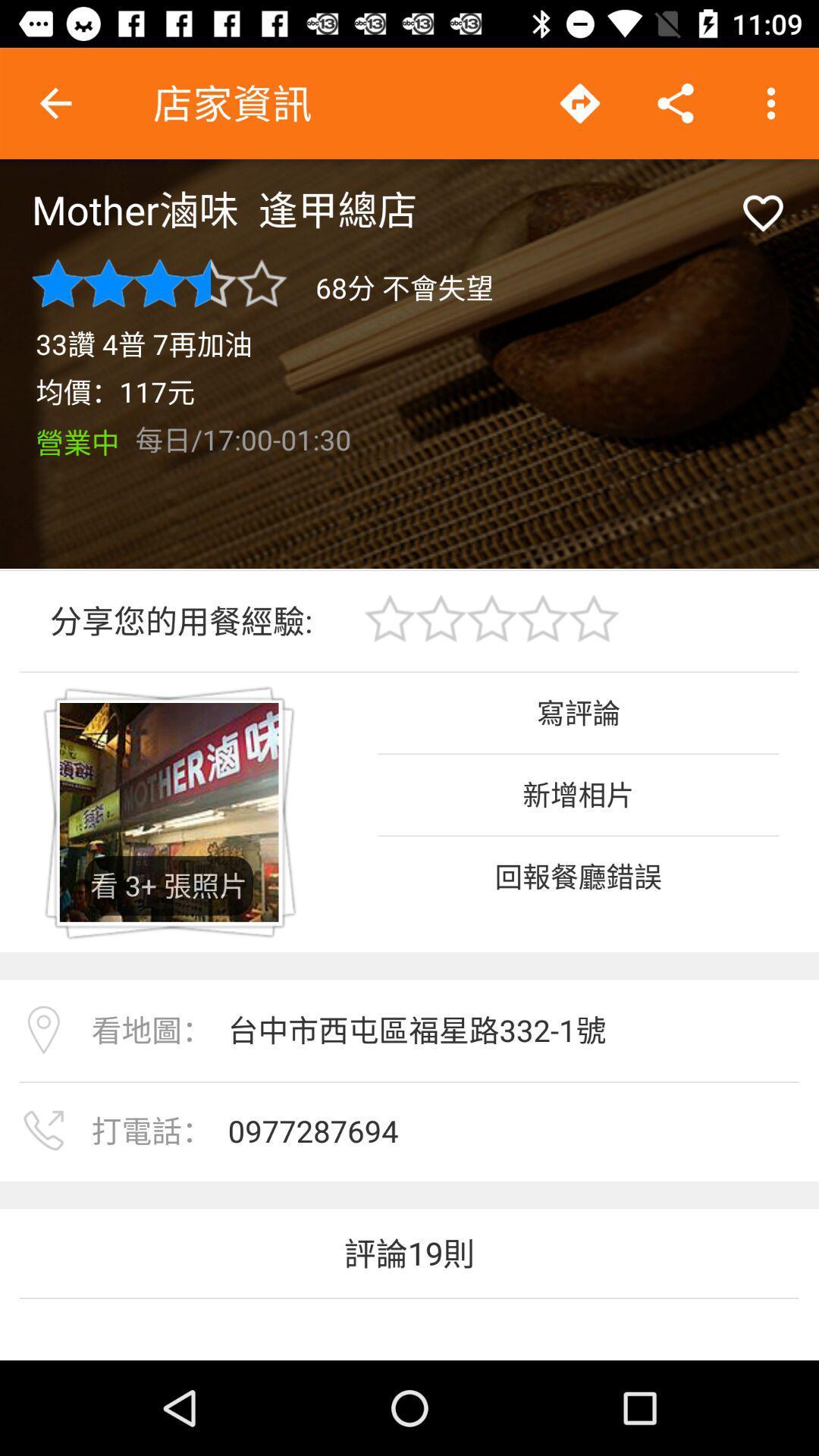  I want to click on the 3 vertical dots at the top right corner of the page, so click(771, 103).